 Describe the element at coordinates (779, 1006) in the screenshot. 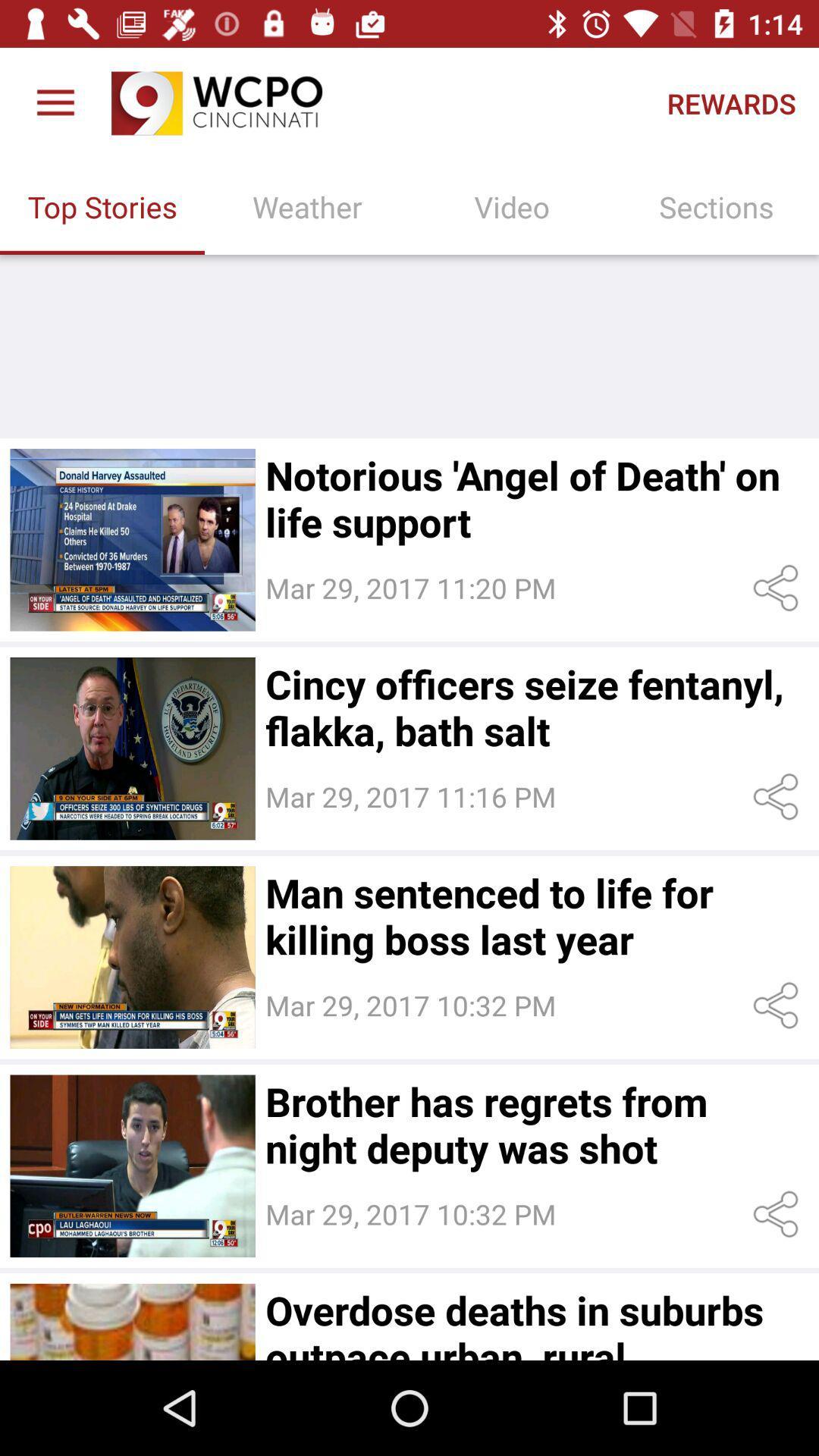

I see `share` at that location.